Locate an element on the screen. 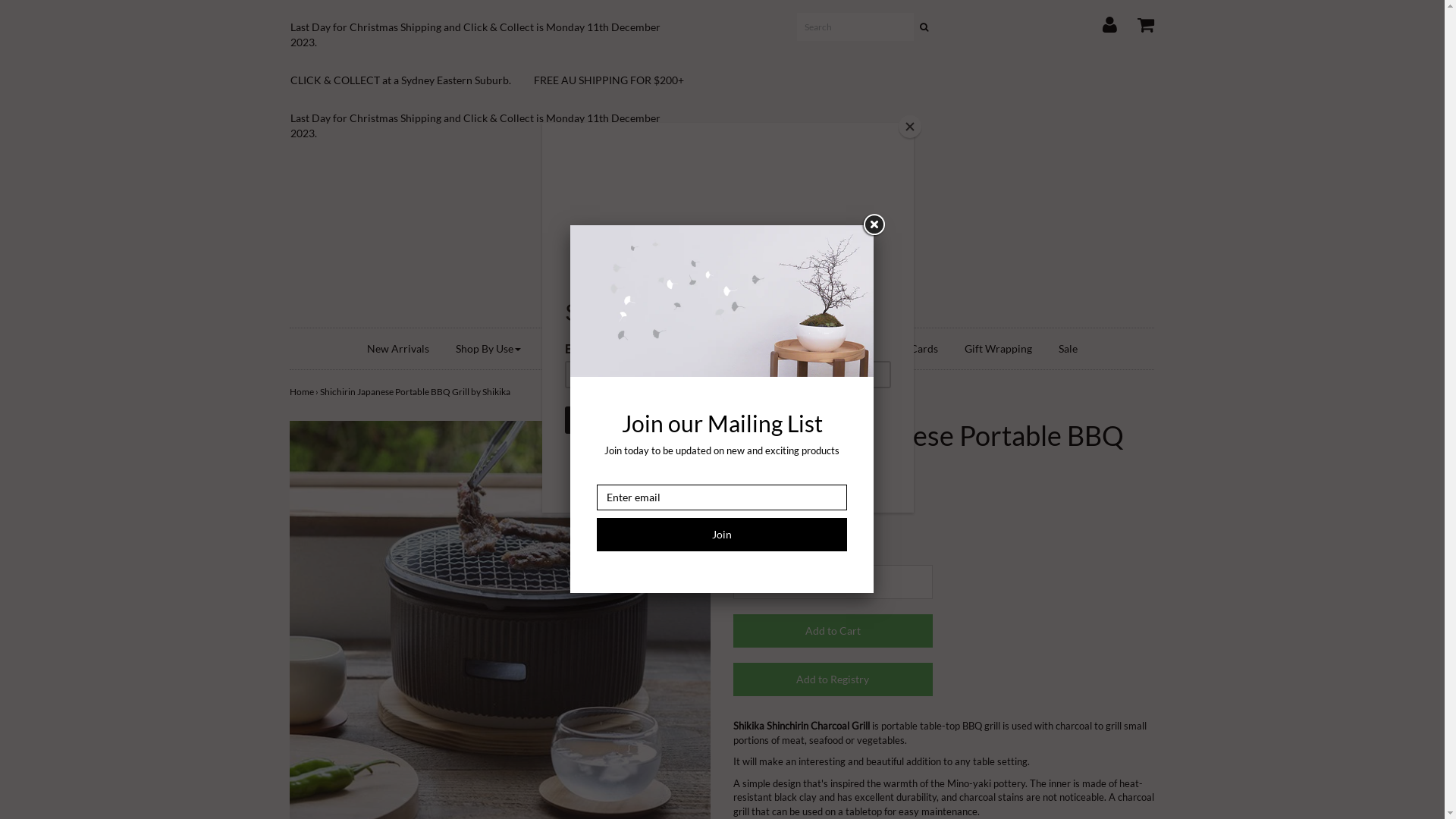  'Close' is located at coordinates (874, 225).